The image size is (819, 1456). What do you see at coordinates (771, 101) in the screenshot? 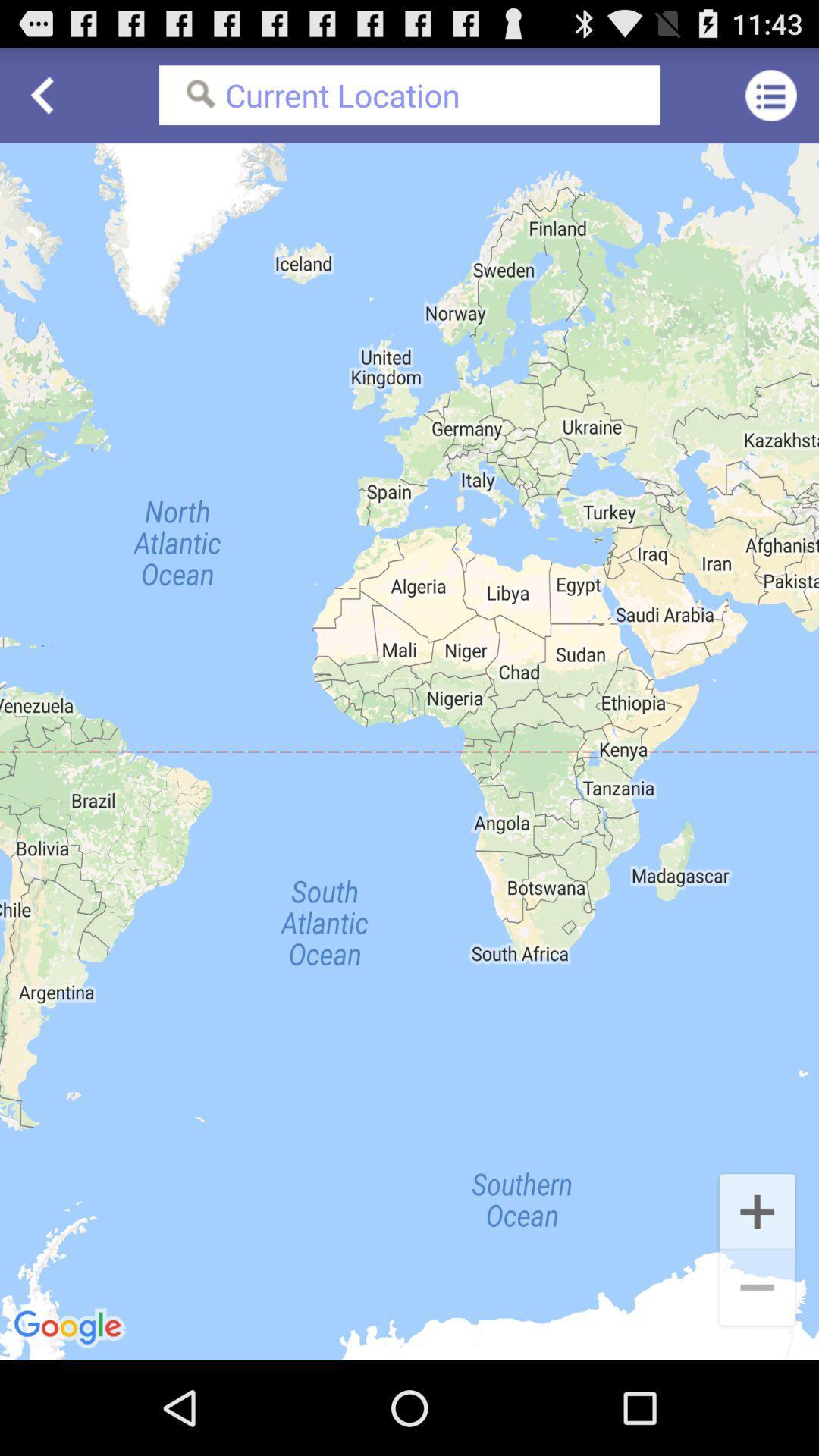
I see `the list icon` at bounding box center [771, 101].